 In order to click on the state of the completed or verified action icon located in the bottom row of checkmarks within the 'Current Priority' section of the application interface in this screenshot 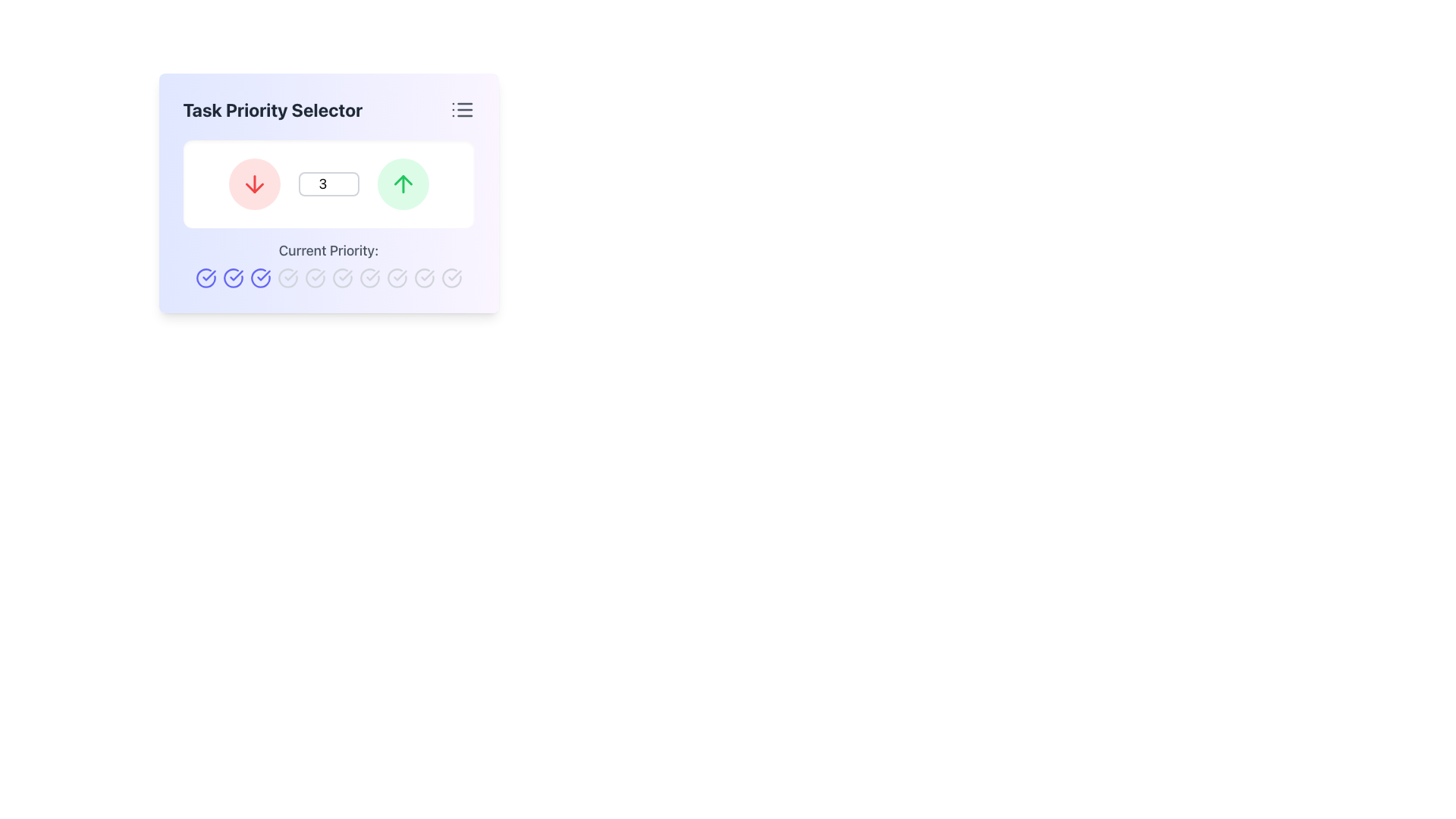, I will do `click(263, 275)`.